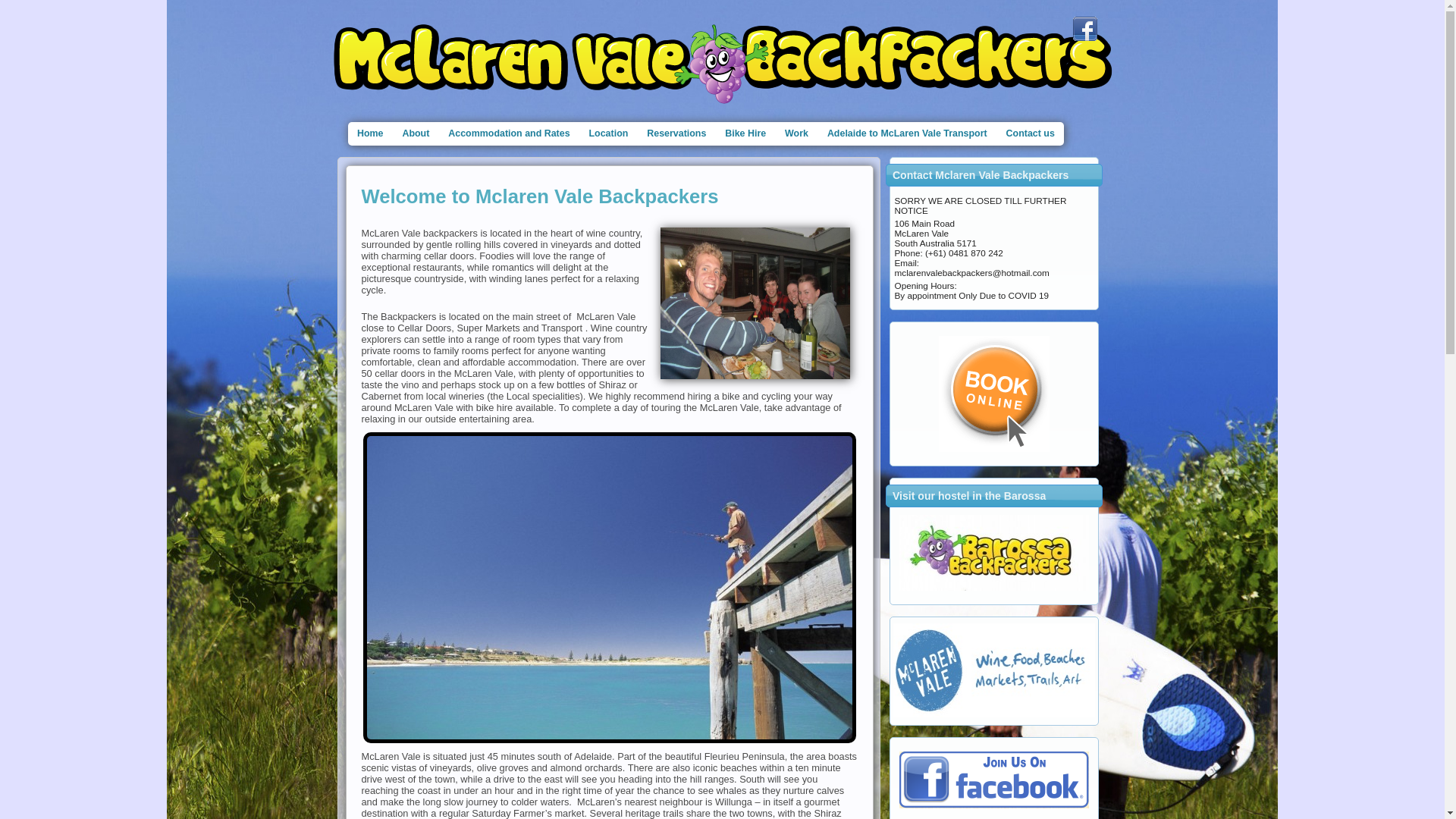 The image size is (1456, 819). What do you see at coordinates (416, 133) in the screenshot?
I see `'About'` at bounding box center [416, 133].